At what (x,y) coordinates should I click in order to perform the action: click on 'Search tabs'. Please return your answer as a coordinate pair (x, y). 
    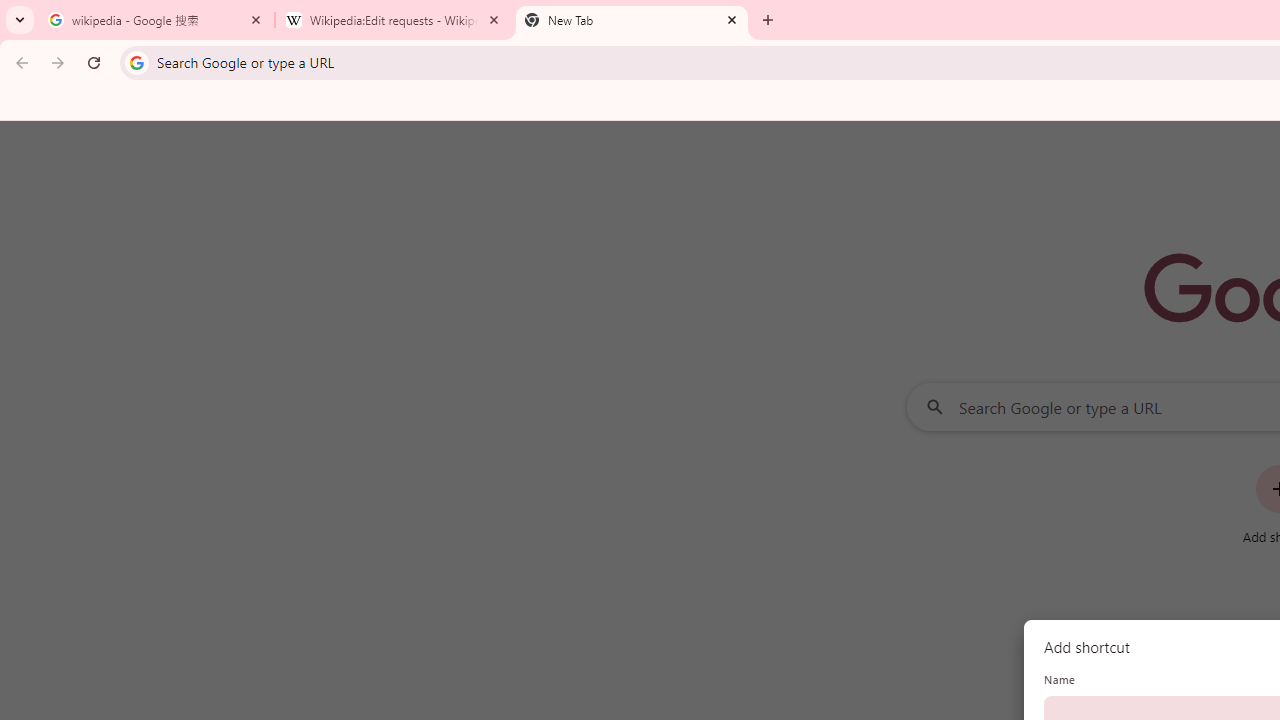
    Looking at the image, I should click on (20, 20).